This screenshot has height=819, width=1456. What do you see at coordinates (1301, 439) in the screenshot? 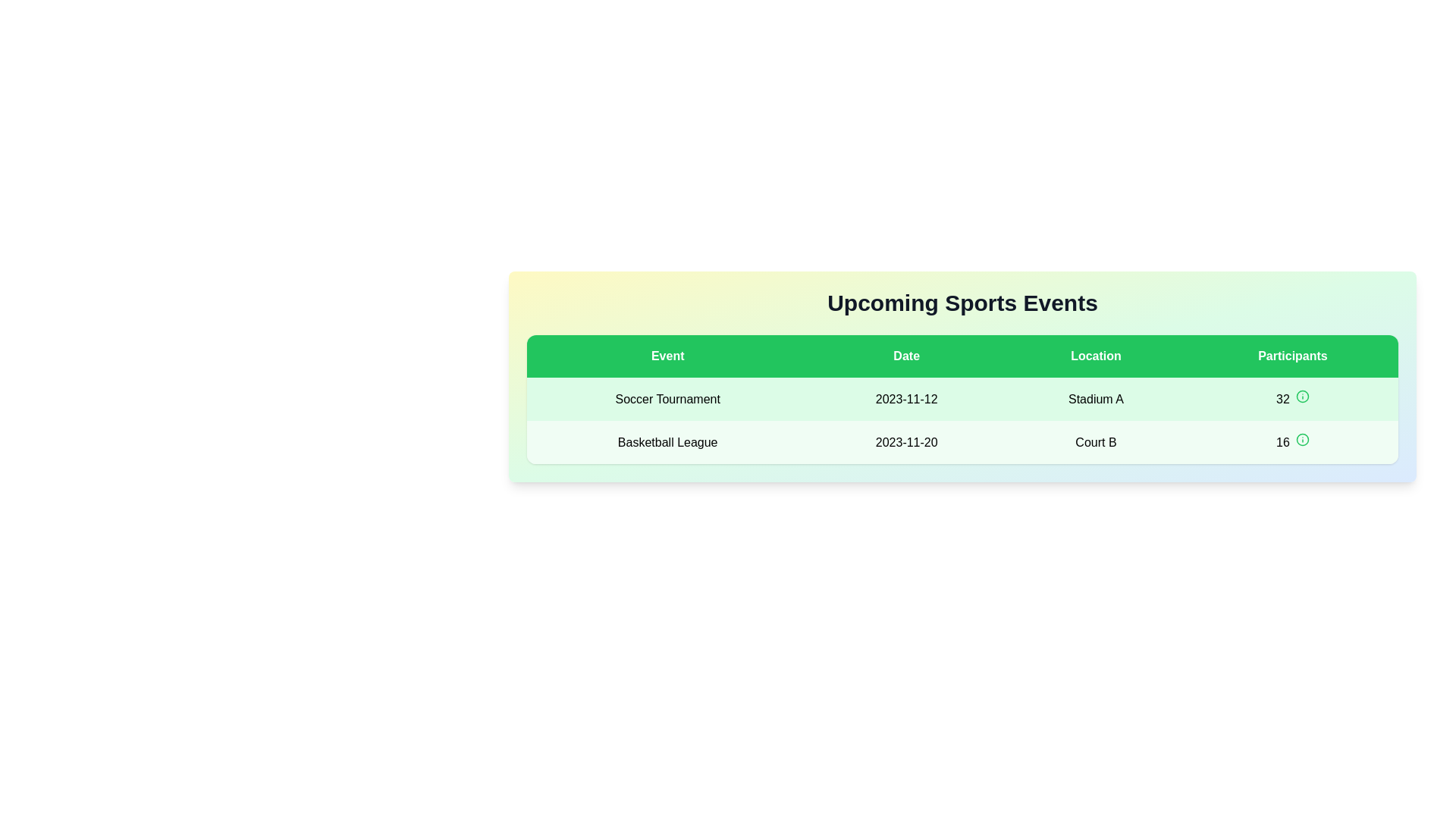
I see `the circular SVG icon located in the 'Participants' column of the second row of the table, which is positioned to the right of the number 16` at bounding box center [1301, 439].